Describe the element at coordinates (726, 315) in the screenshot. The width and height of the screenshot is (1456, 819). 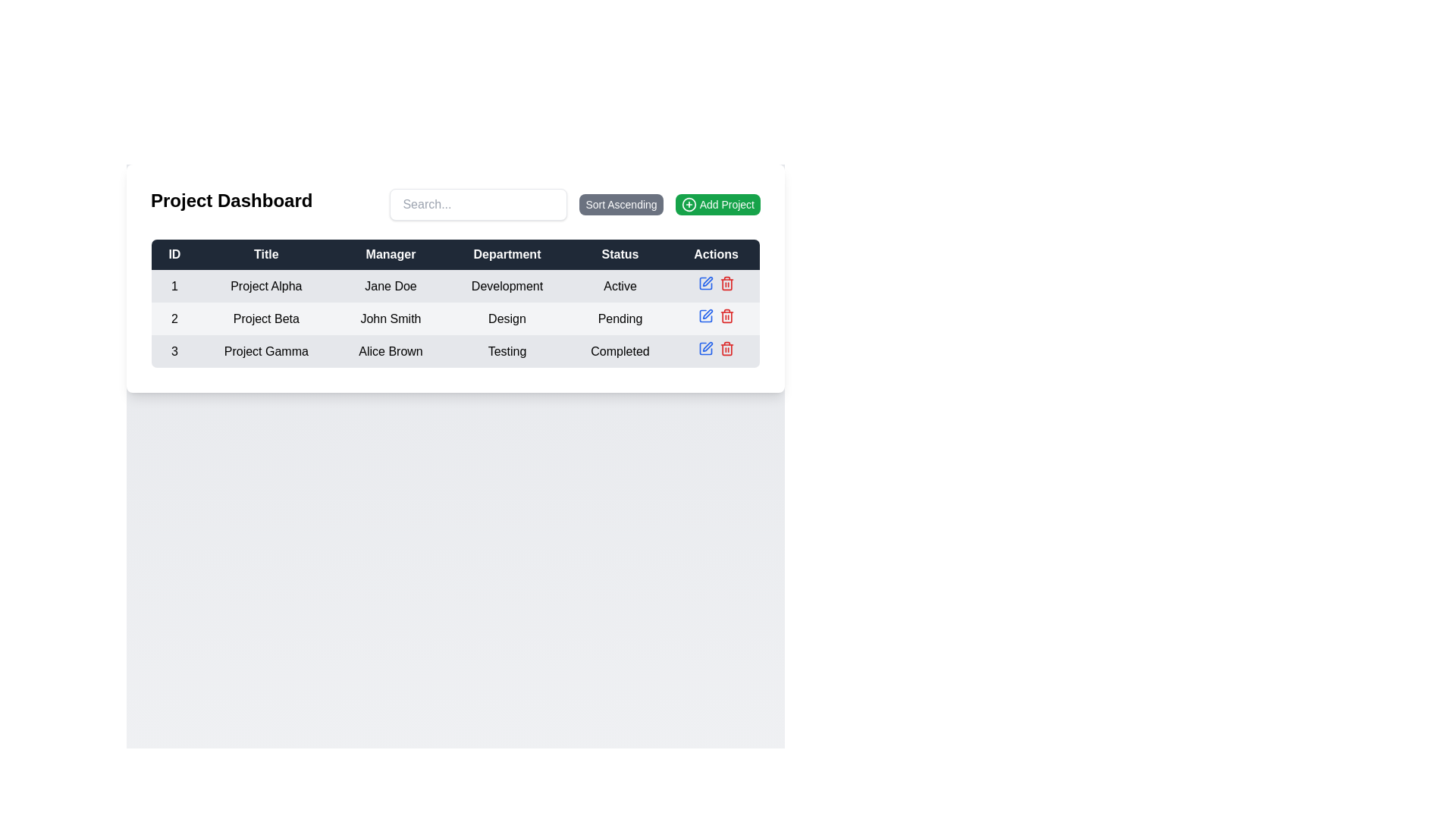
I see `the delete icon located in the 'Actions' column of the second row of the table` at that location.